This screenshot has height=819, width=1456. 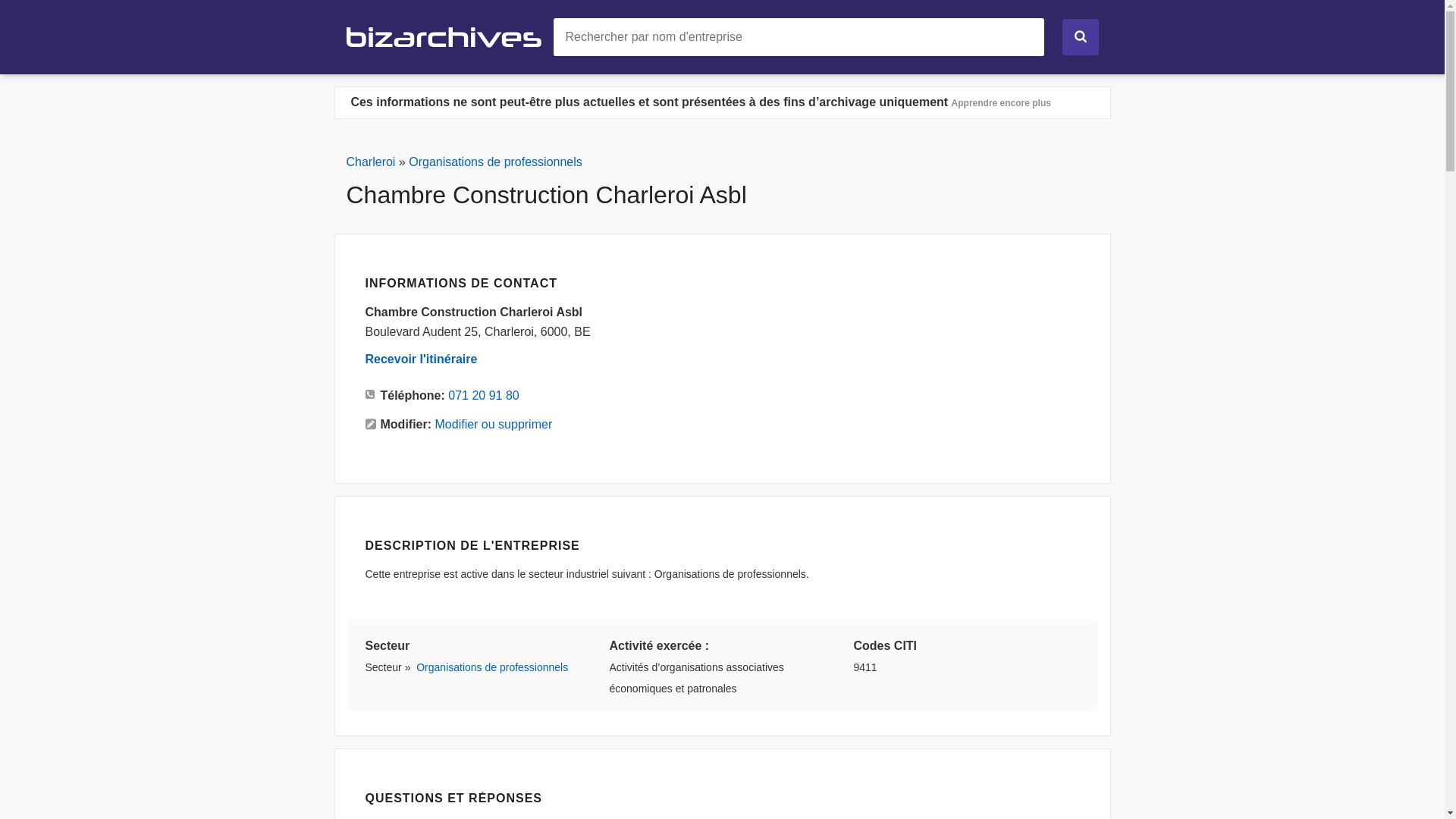 I want to click on 'Organisations de professionnels', so click(x=416, y=666).